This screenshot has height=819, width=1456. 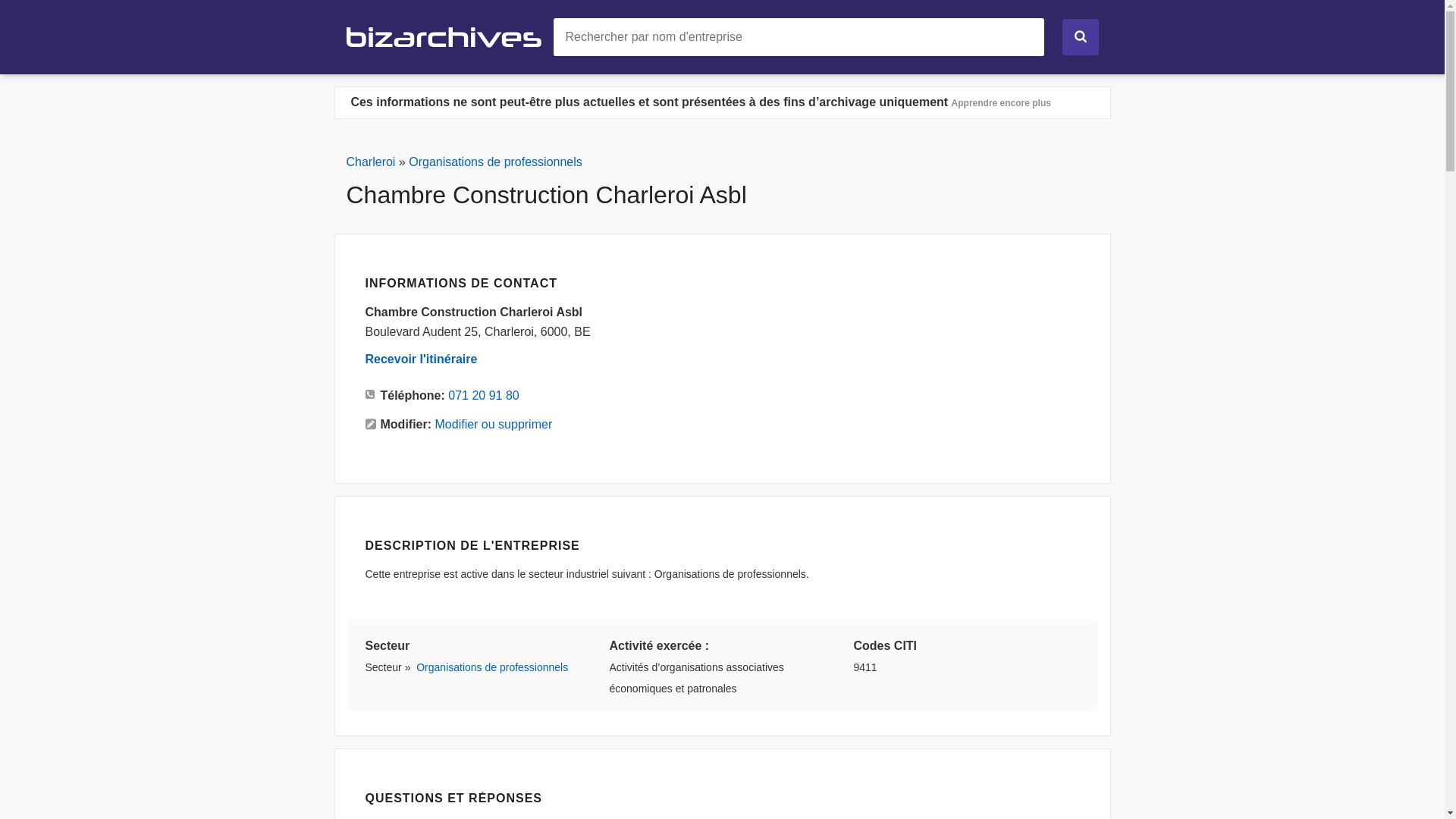 I want to click on 'Organisations de professionnels', so click(x=416, y=666).